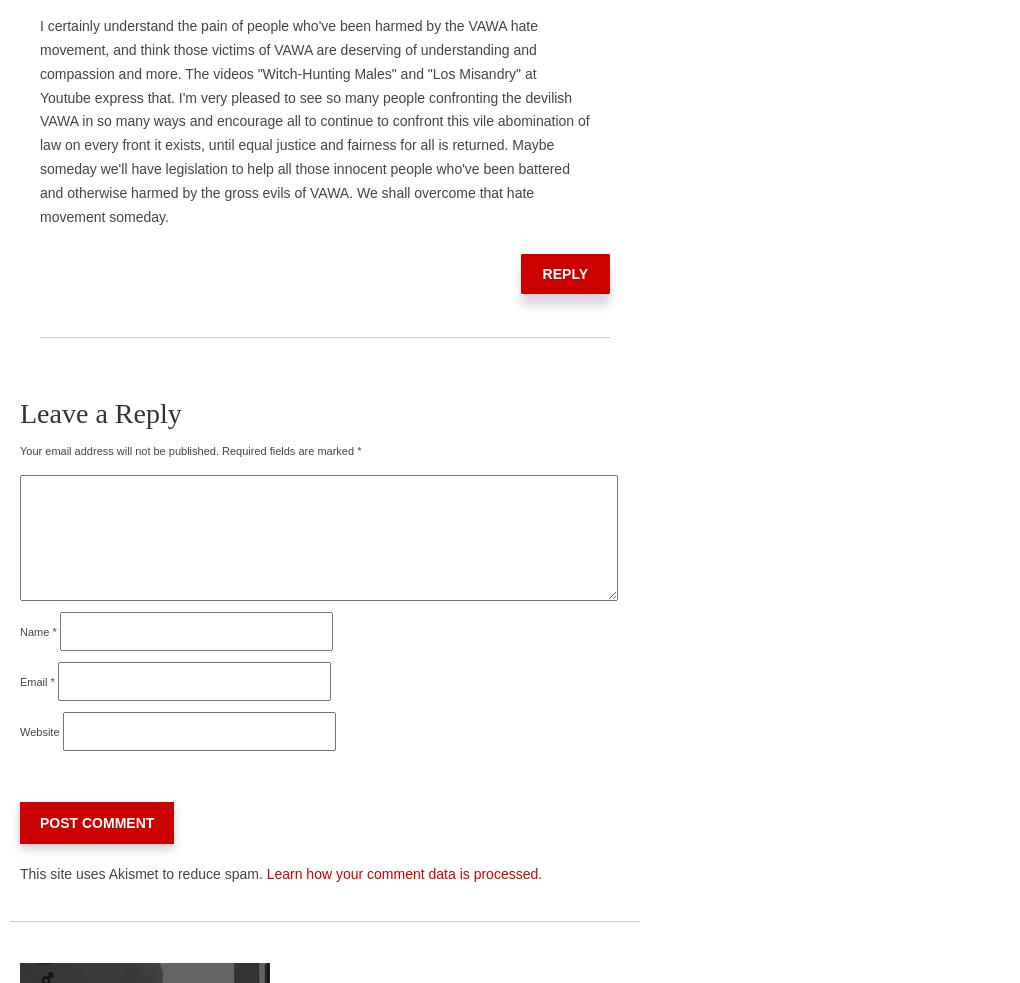 This screenshot has width=1020, height=983. I want to click on 'Website', so click(18, 729).